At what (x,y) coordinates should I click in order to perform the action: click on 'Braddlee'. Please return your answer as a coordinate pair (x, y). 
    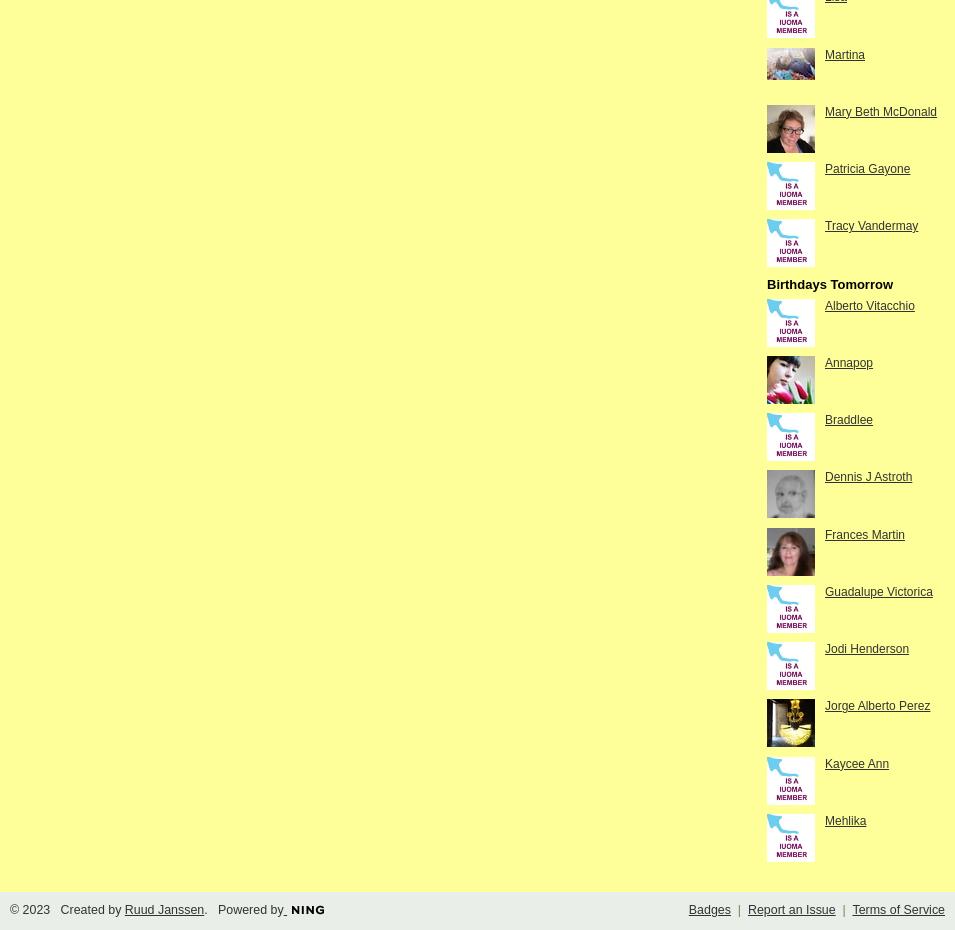
    Looking at the image, I should click on (848, 419).